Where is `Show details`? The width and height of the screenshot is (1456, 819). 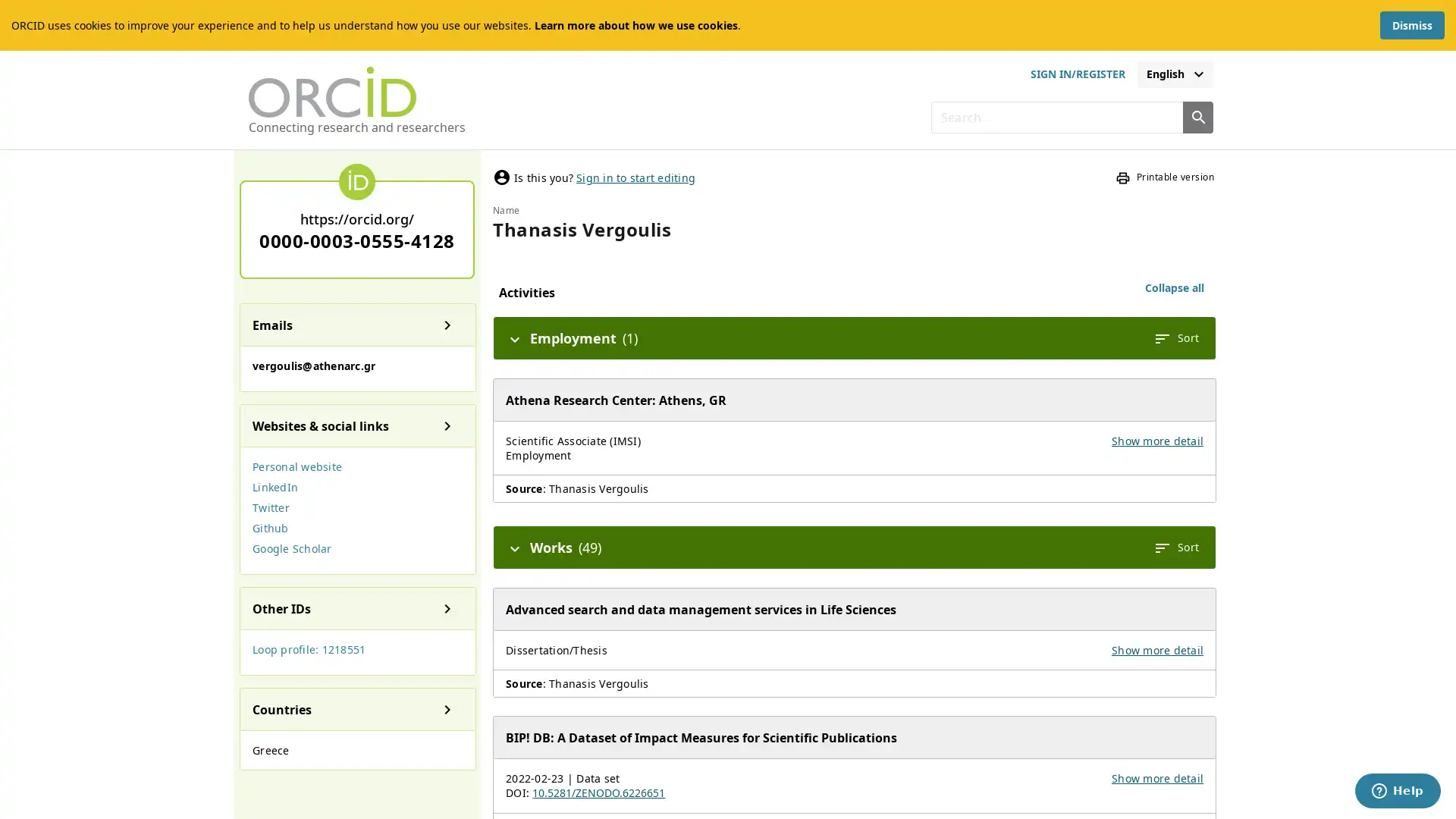
Show details is located at coordinates (447, 708).